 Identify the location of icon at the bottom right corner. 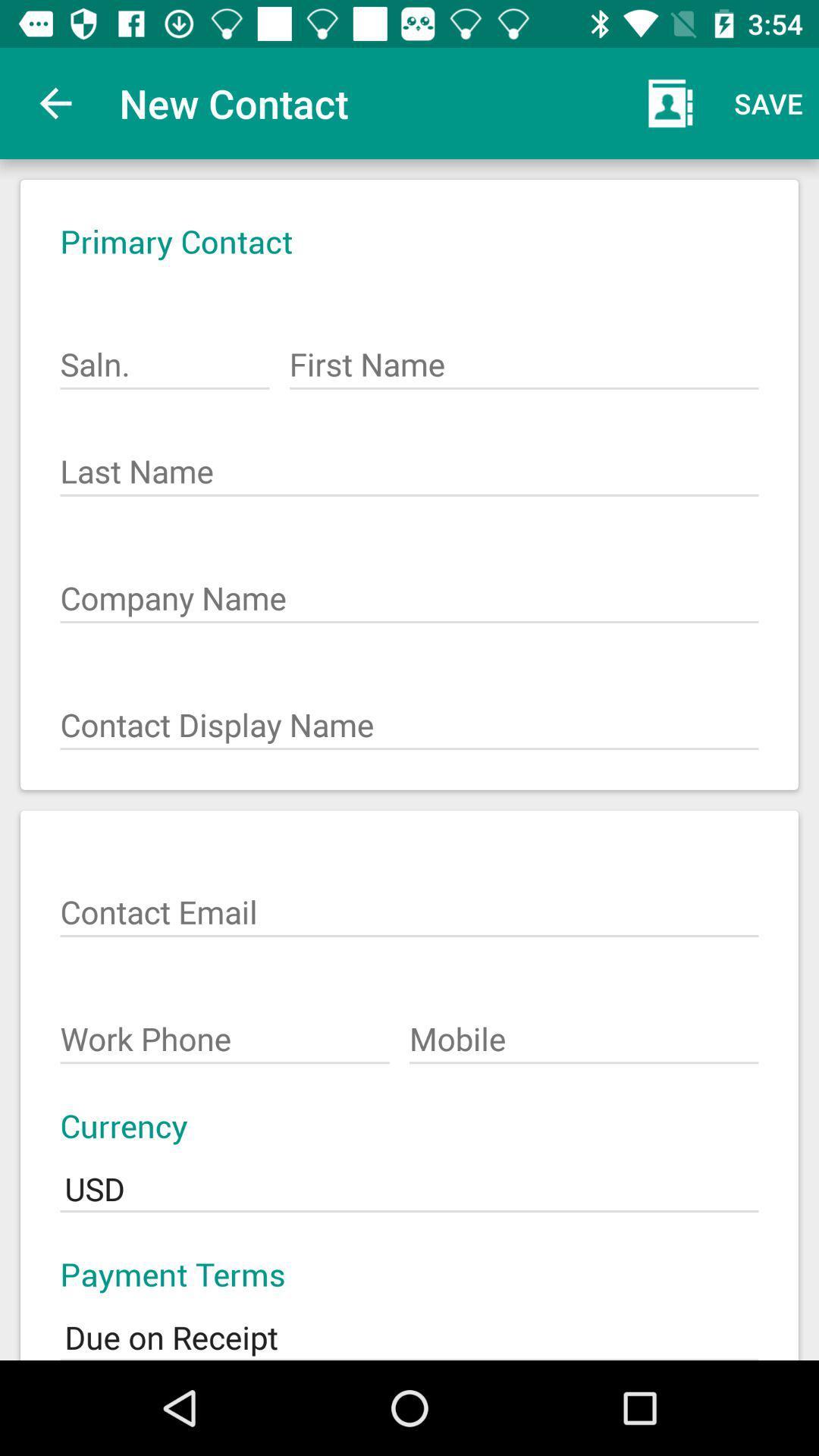
(583, 1031).